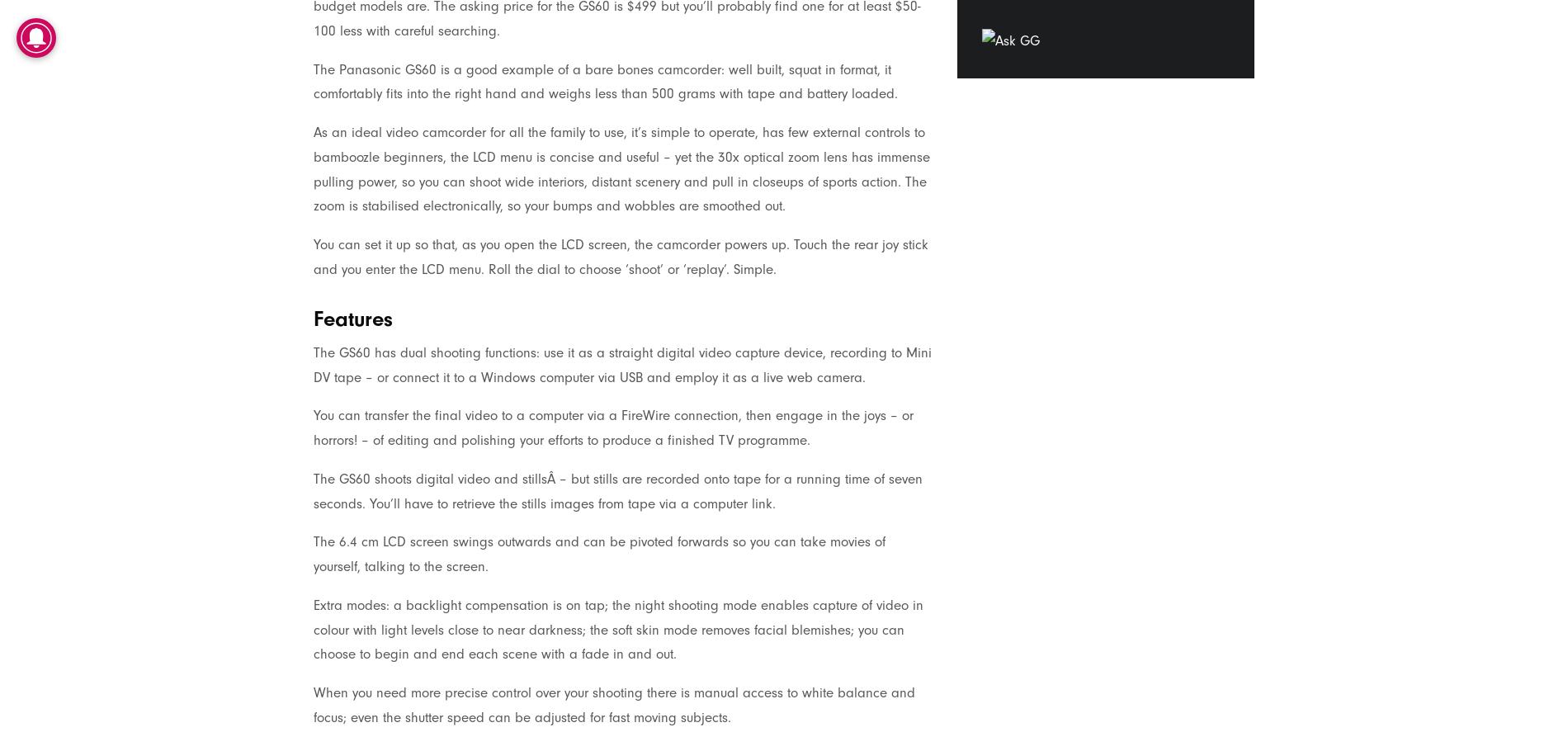  I want to click on 'The Panasonic GS60 is a good example of a bare bones camcorder: well built, squat in format, it comfortably fits into the right hand and weighs less than 500 grams with tape and battery loaded.', so click(604, 81).